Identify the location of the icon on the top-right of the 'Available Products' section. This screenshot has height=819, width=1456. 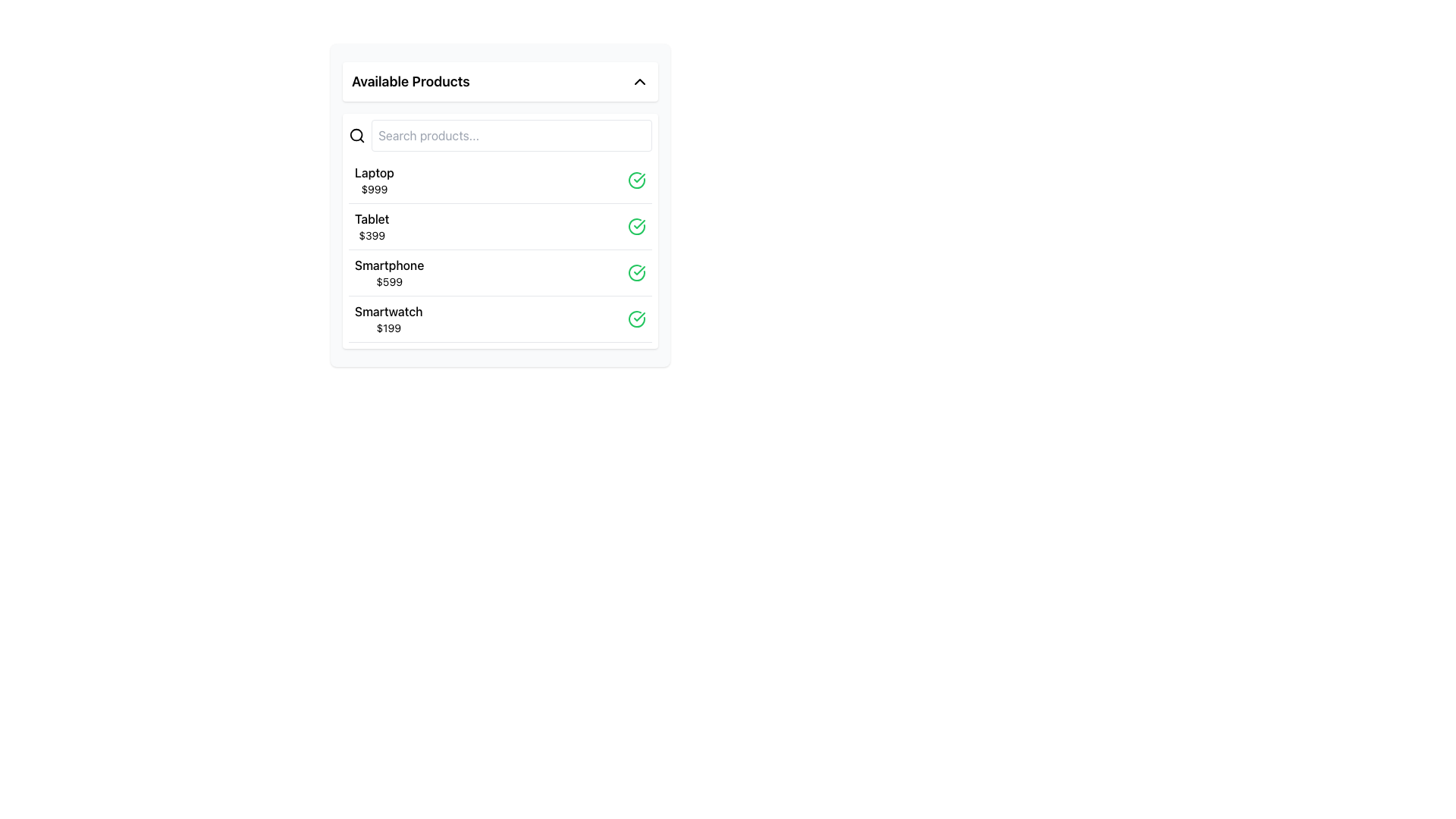
(640, 82).